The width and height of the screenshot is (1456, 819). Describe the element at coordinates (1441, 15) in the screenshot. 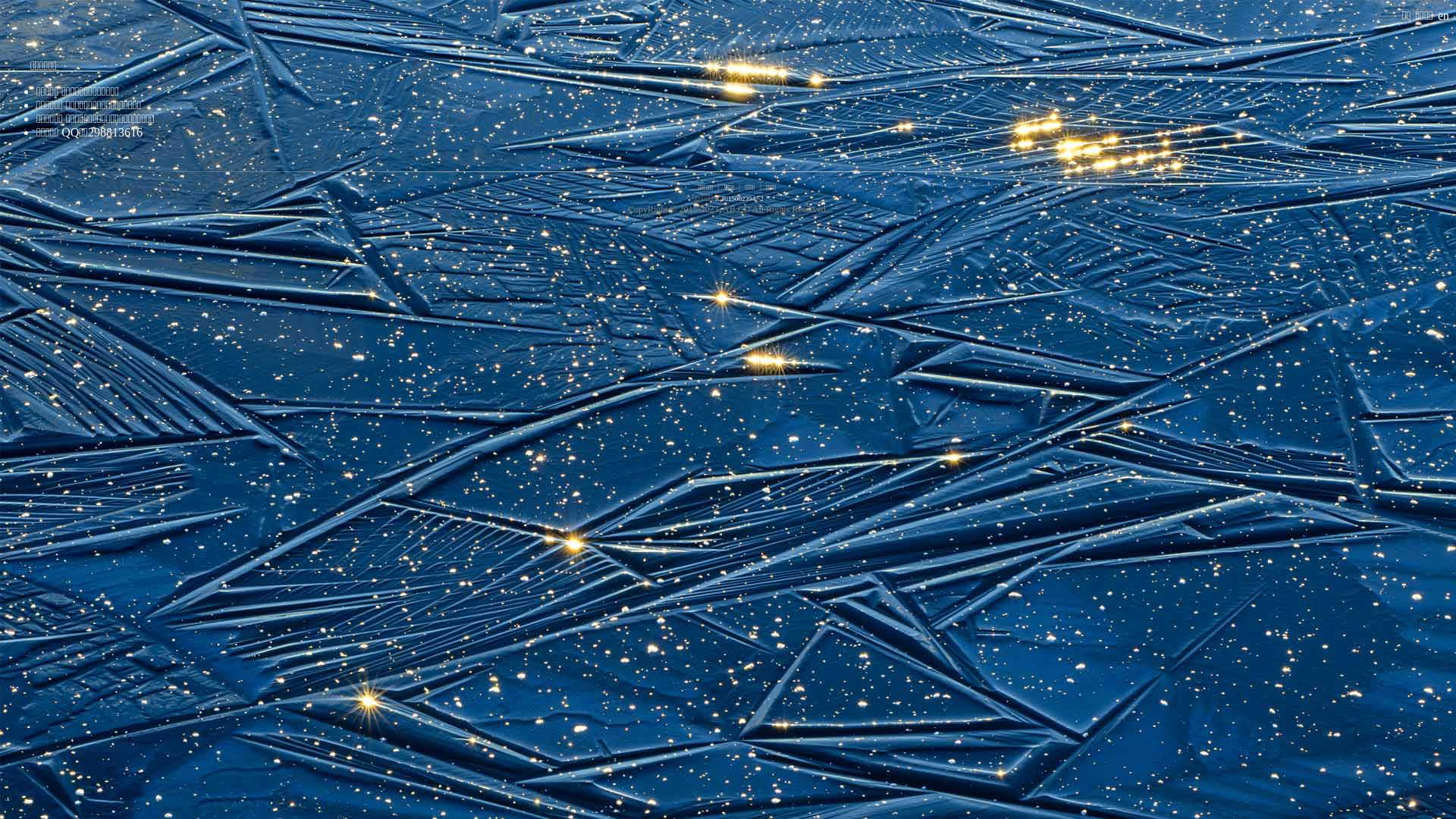

I see `' en'` at that location.